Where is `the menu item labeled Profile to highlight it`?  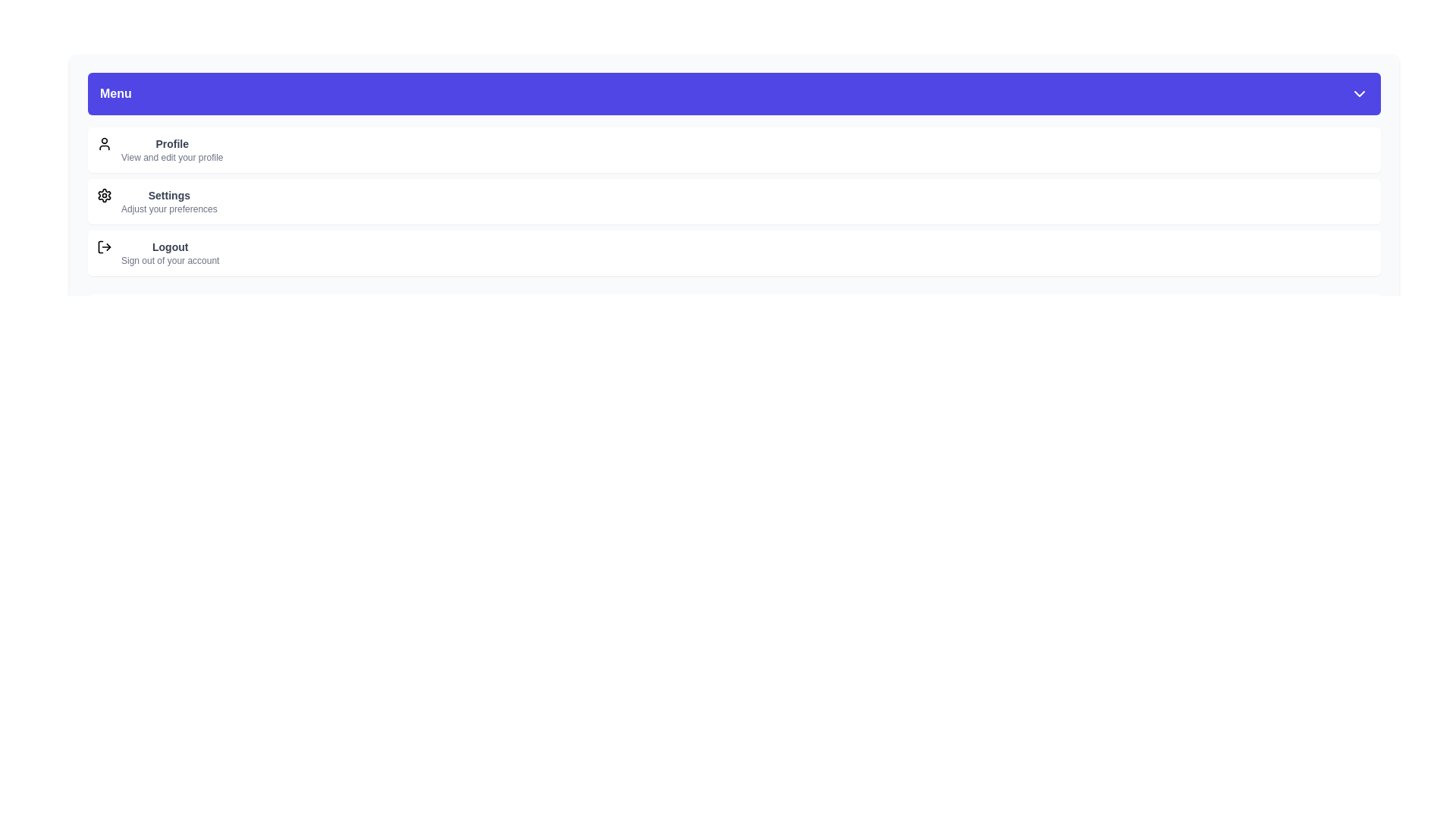
the menu item labeled Profile to highlight it is located at coordinates (734, 149).